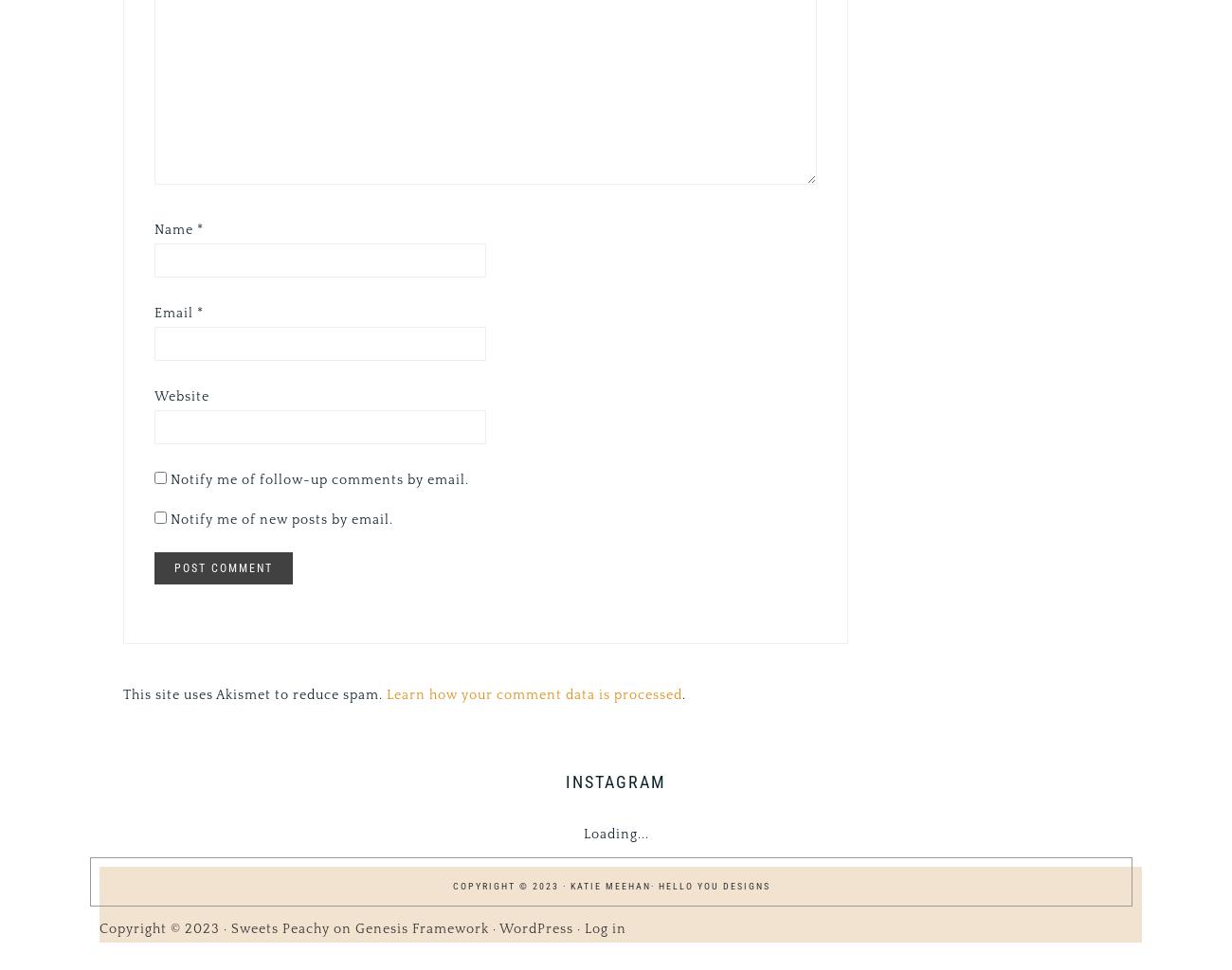 This screenshot has width=1232, height=970. What do you see at coordinates (553, 884) in the screenshot?
I see `'Copyright © 2023 · Katie Meehan·'` at bounding box center [553, 884].